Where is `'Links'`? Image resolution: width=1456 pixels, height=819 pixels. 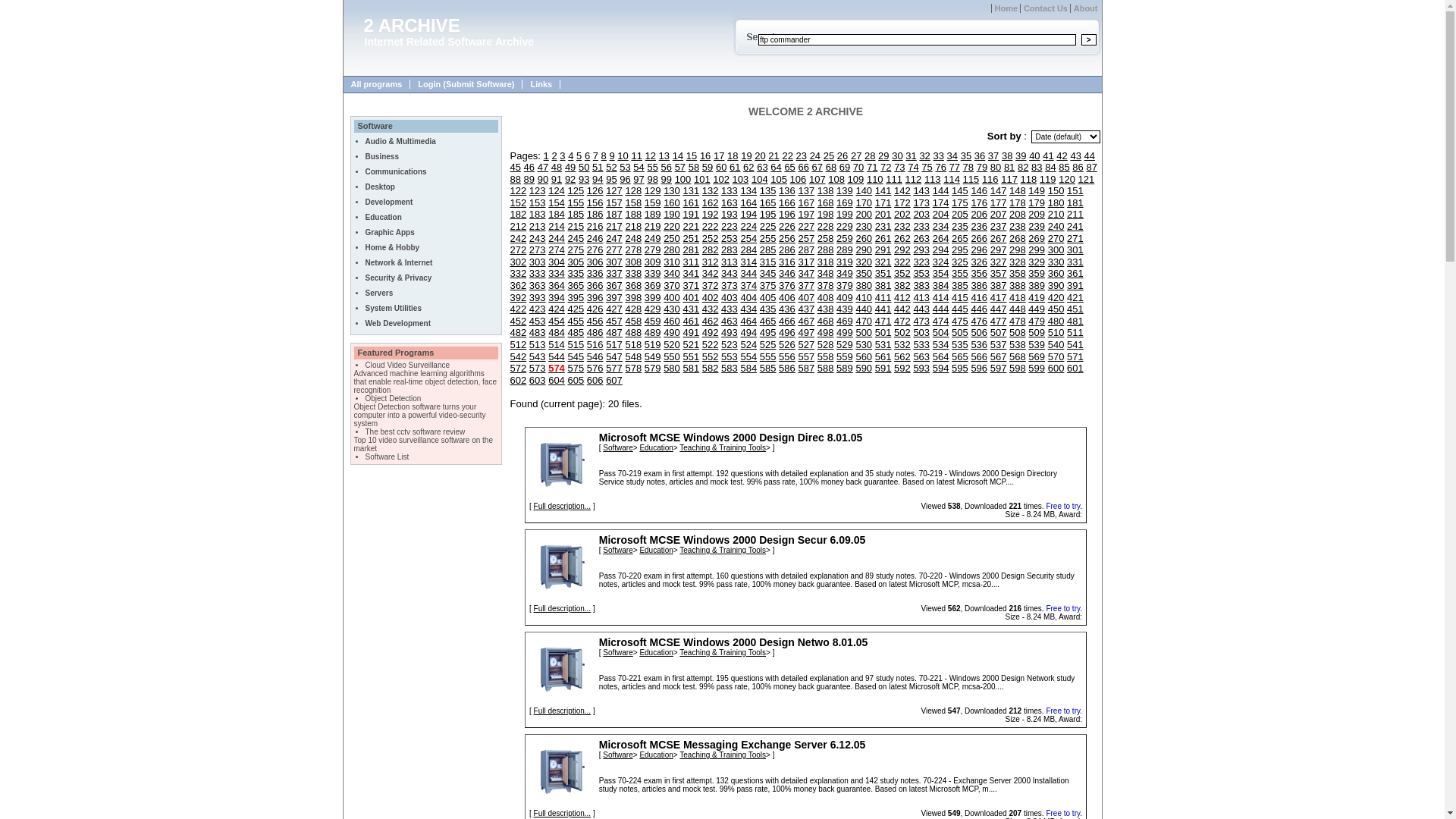
'Links' is located at coordinates (541, 84).